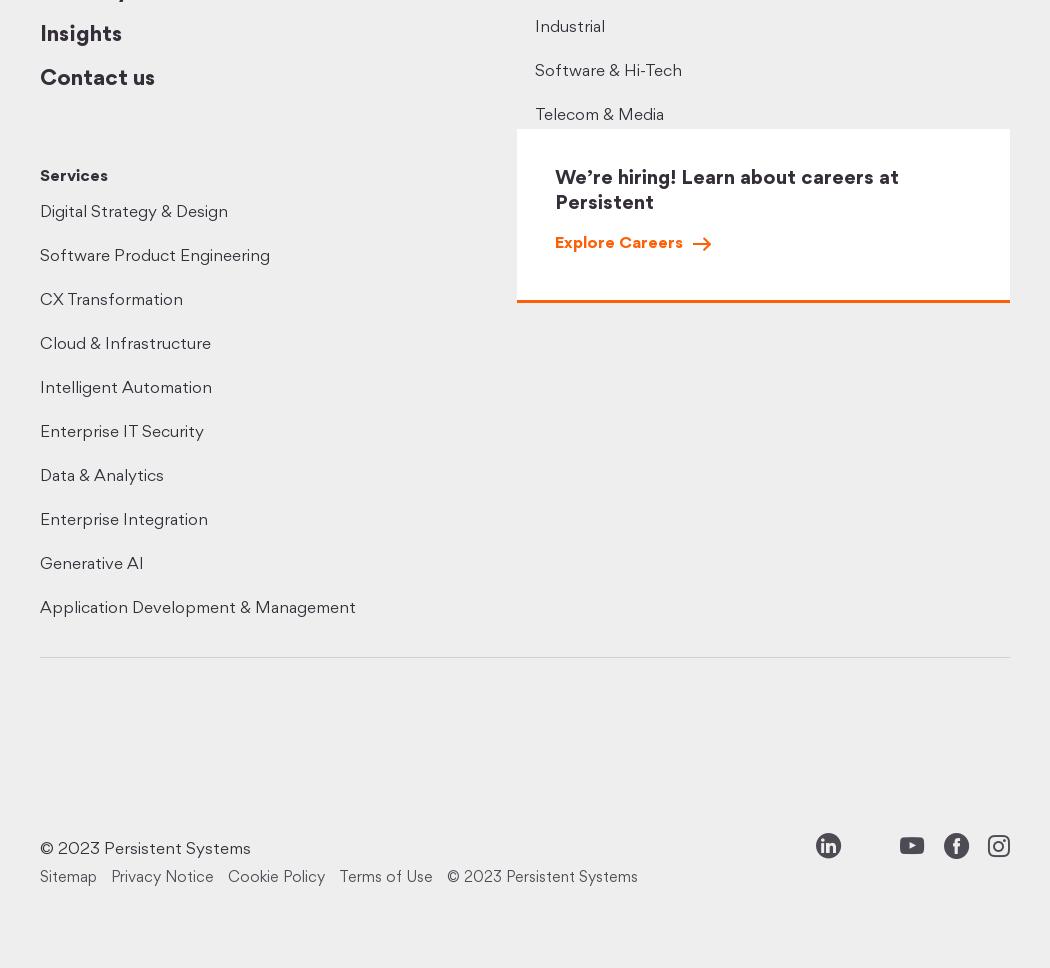 The width and height of the screenshot is (1050, 968). What do you see at coordinates (101, 476) in the screenshot?
I see `'Data & Analytics'` at bounding box center [101, 476].